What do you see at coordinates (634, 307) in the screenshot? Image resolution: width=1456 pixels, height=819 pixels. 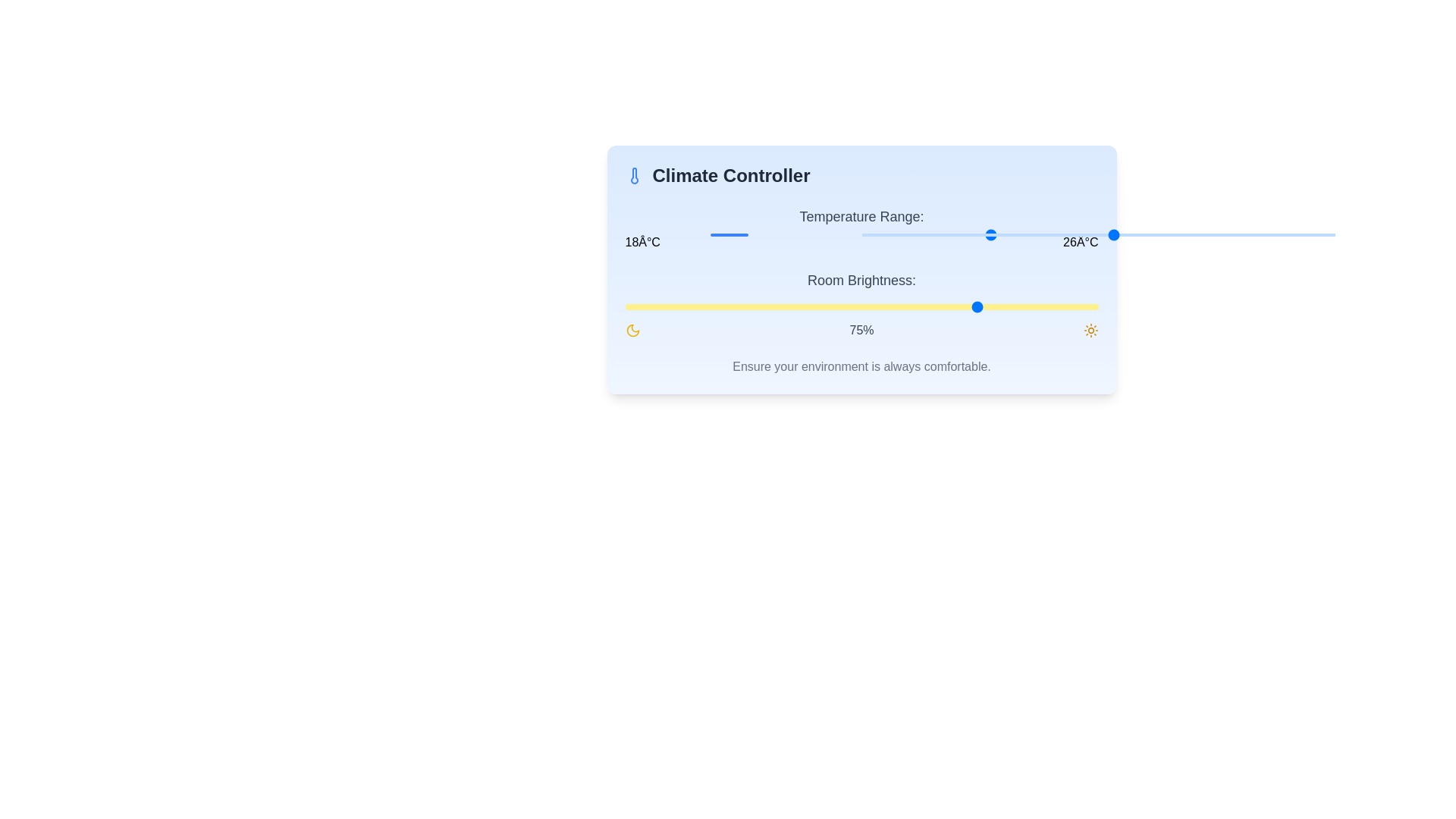 I see `the room brightness` at bounding box center [634, 307].